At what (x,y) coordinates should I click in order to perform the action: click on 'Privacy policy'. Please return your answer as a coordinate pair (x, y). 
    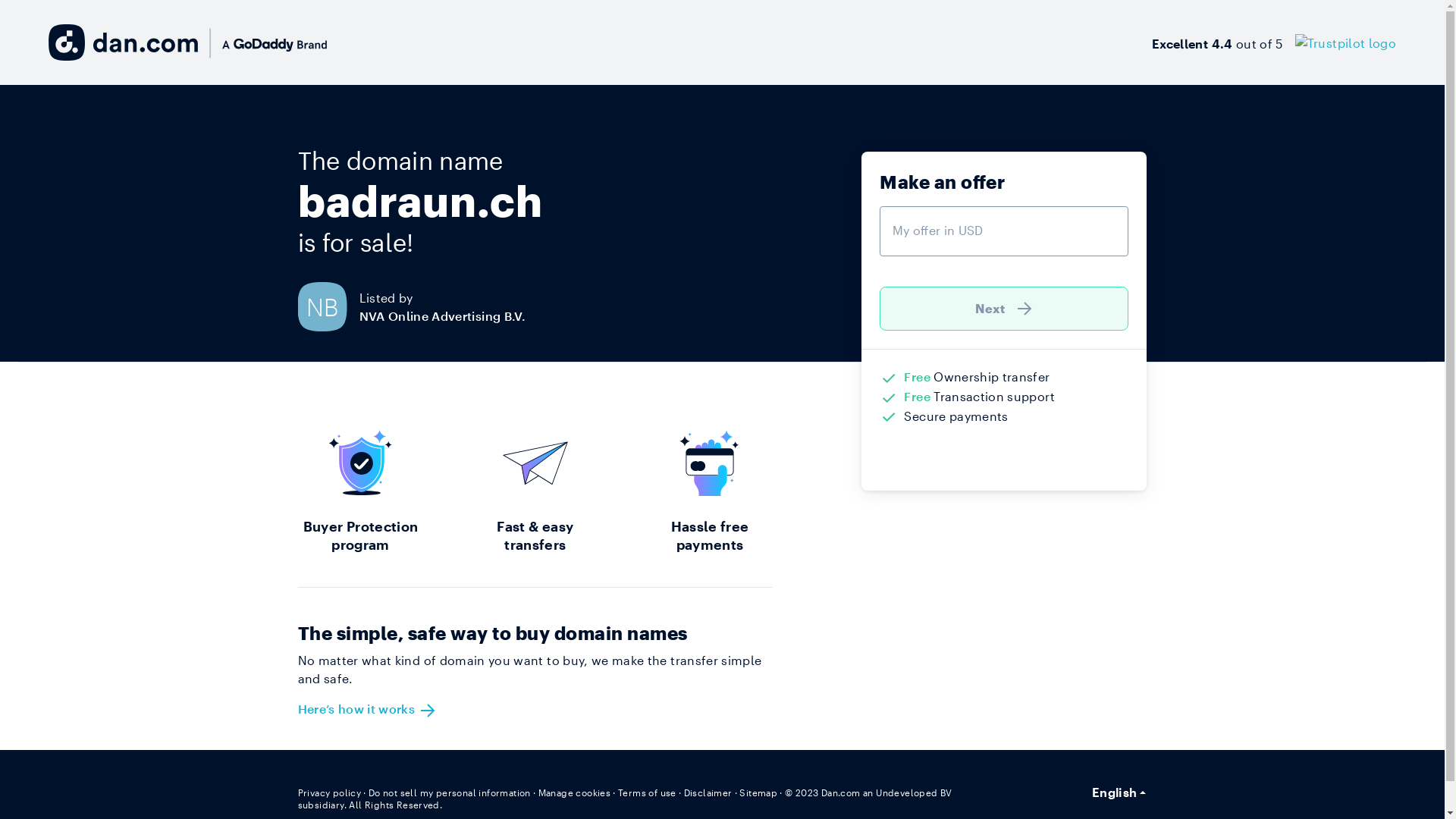
    Looking at the image, I should click on (328, 792).